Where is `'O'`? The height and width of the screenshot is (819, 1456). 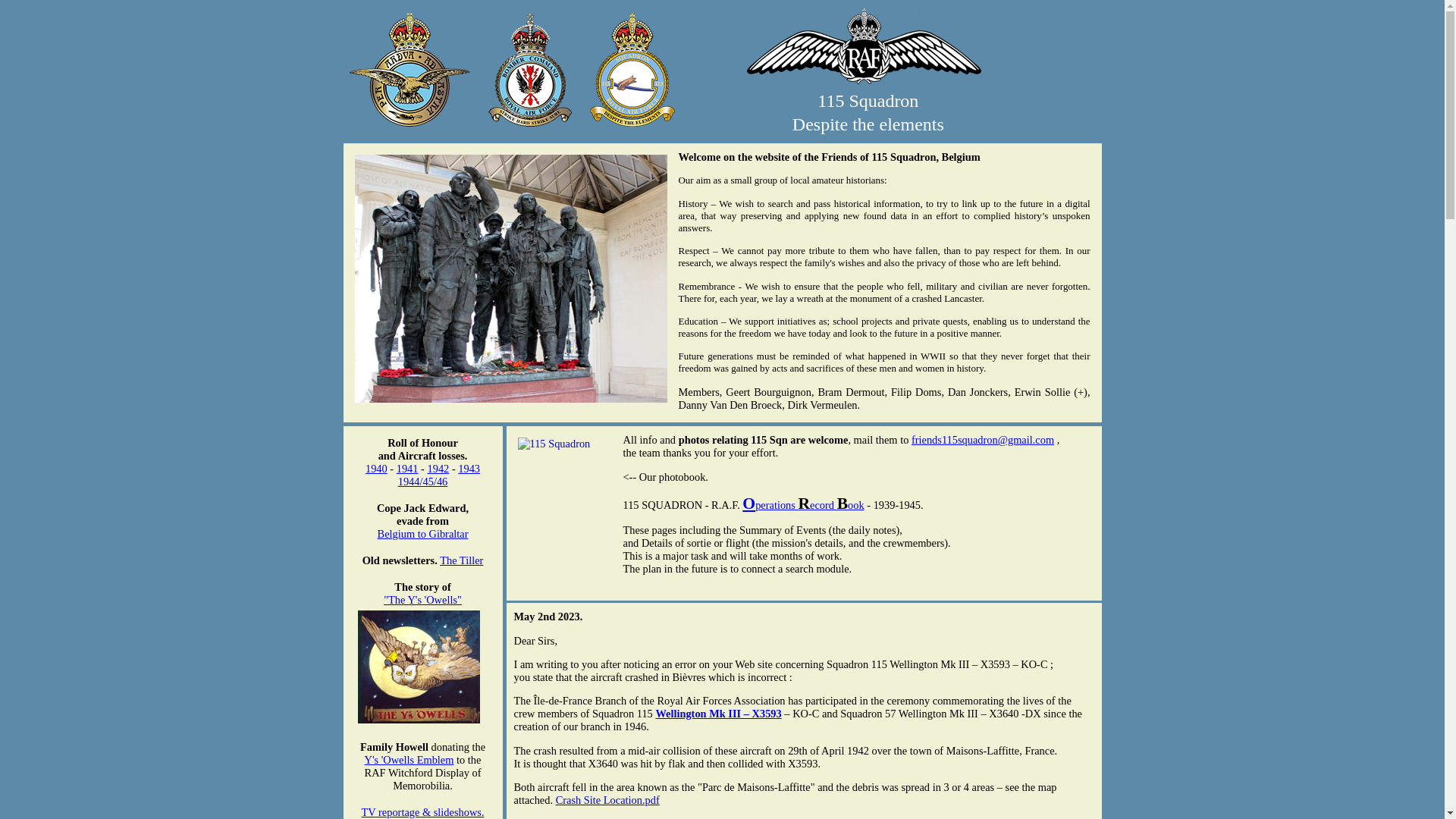
'O' is located at coordinates (748, 503).